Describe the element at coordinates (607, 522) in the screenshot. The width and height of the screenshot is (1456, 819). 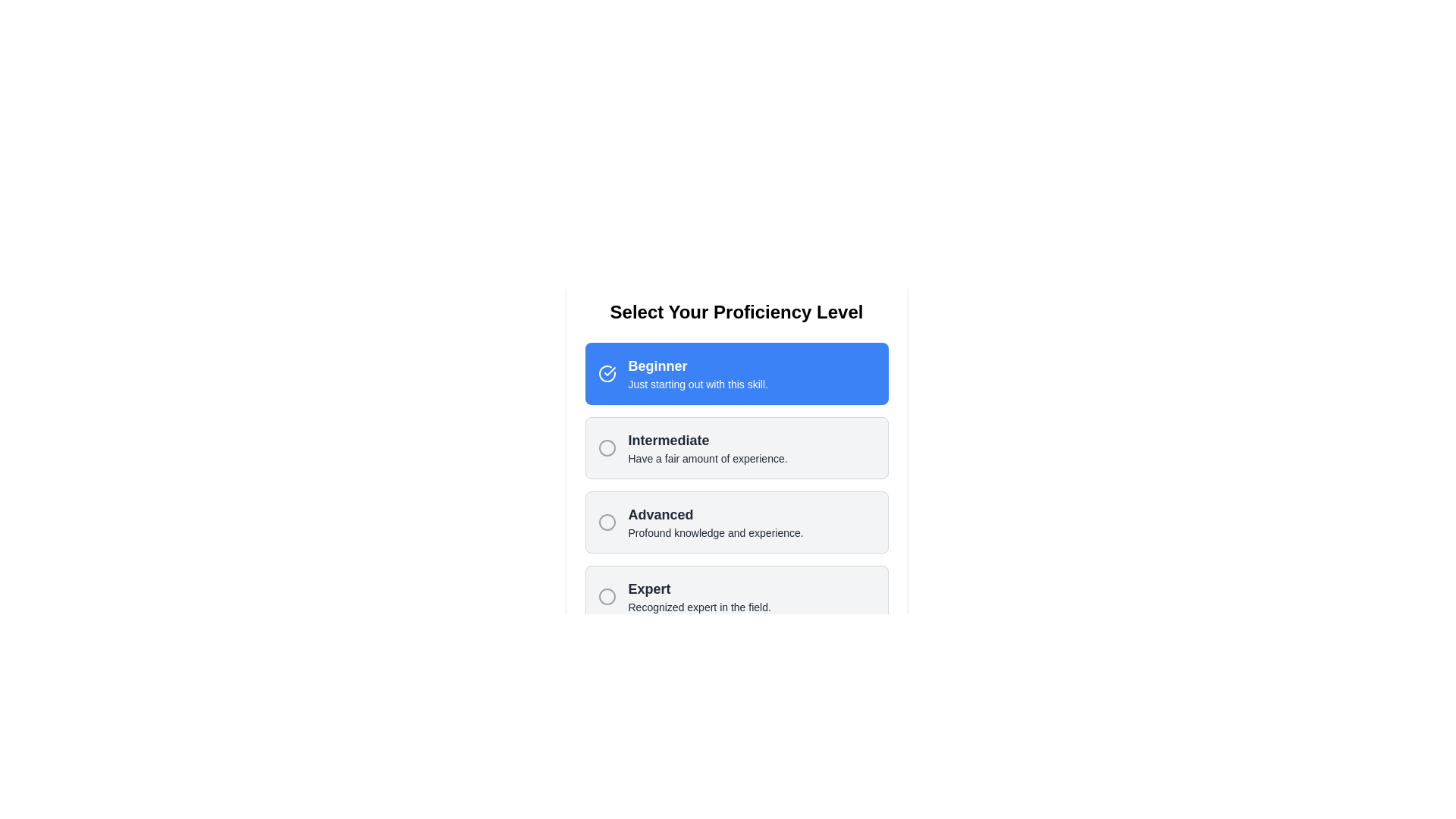
I see `the circular radio button positioned to the left of the text label 'Advanced'` at that location.